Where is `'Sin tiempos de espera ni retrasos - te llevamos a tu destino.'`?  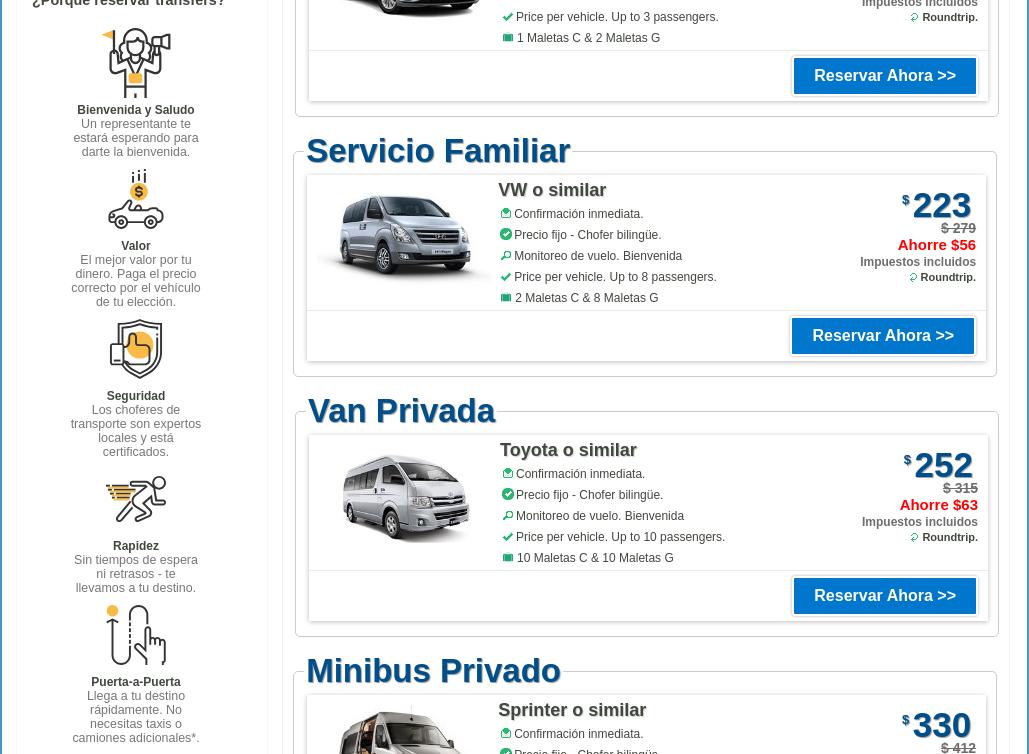 'Sin tiempos de espera ni retrasos - te llevamos a tu destino.' is located at coordinates (134, 573).